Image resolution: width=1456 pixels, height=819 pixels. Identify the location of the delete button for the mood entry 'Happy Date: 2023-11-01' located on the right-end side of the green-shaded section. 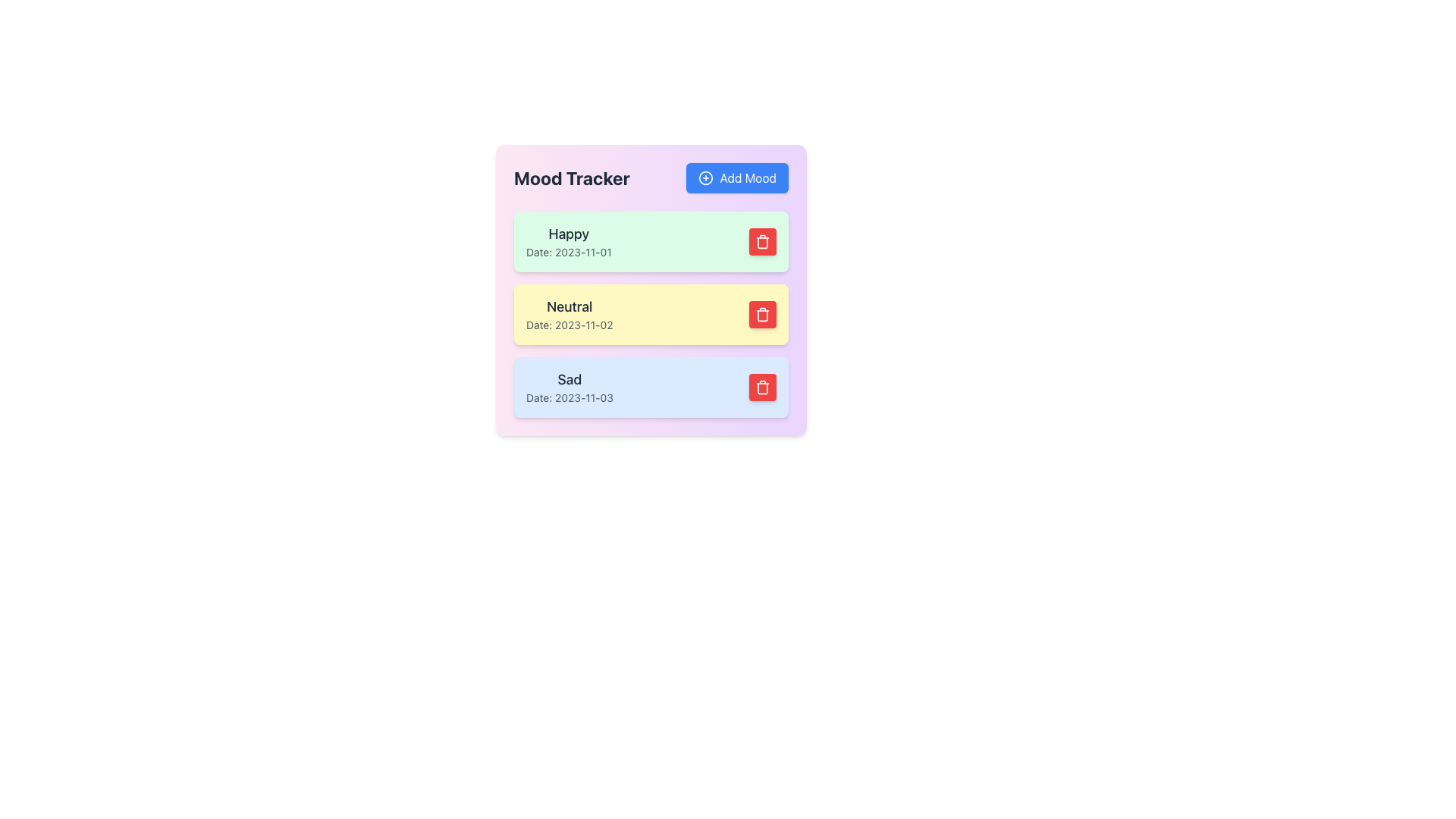
(763, 241).